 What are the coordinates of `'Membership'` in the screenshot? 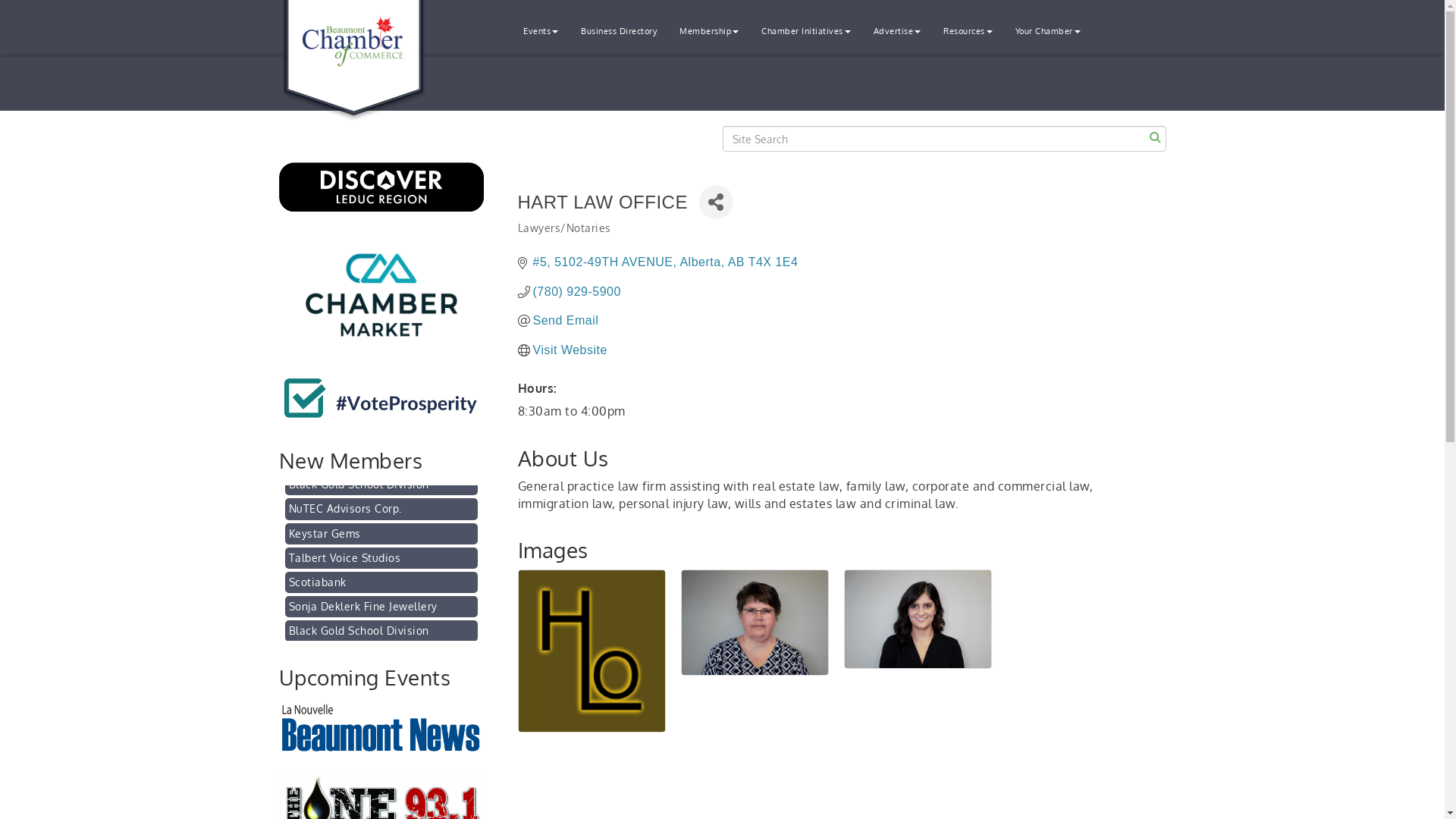 It's located at (708, 31).